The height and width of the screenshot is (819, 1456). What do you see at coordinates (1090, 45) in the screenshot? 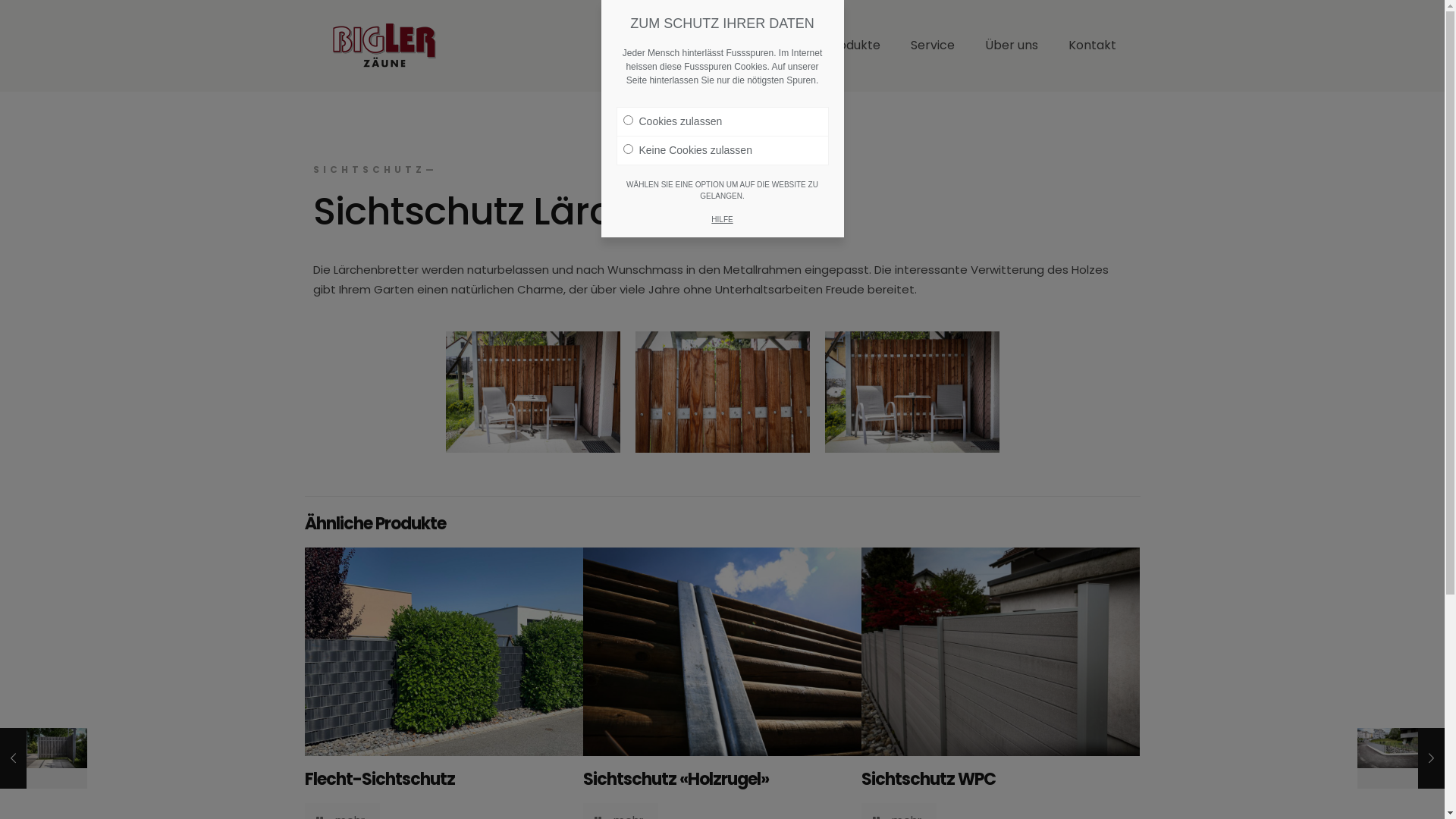
I see `'Kontakt'` at bounding box center [1090, 45].